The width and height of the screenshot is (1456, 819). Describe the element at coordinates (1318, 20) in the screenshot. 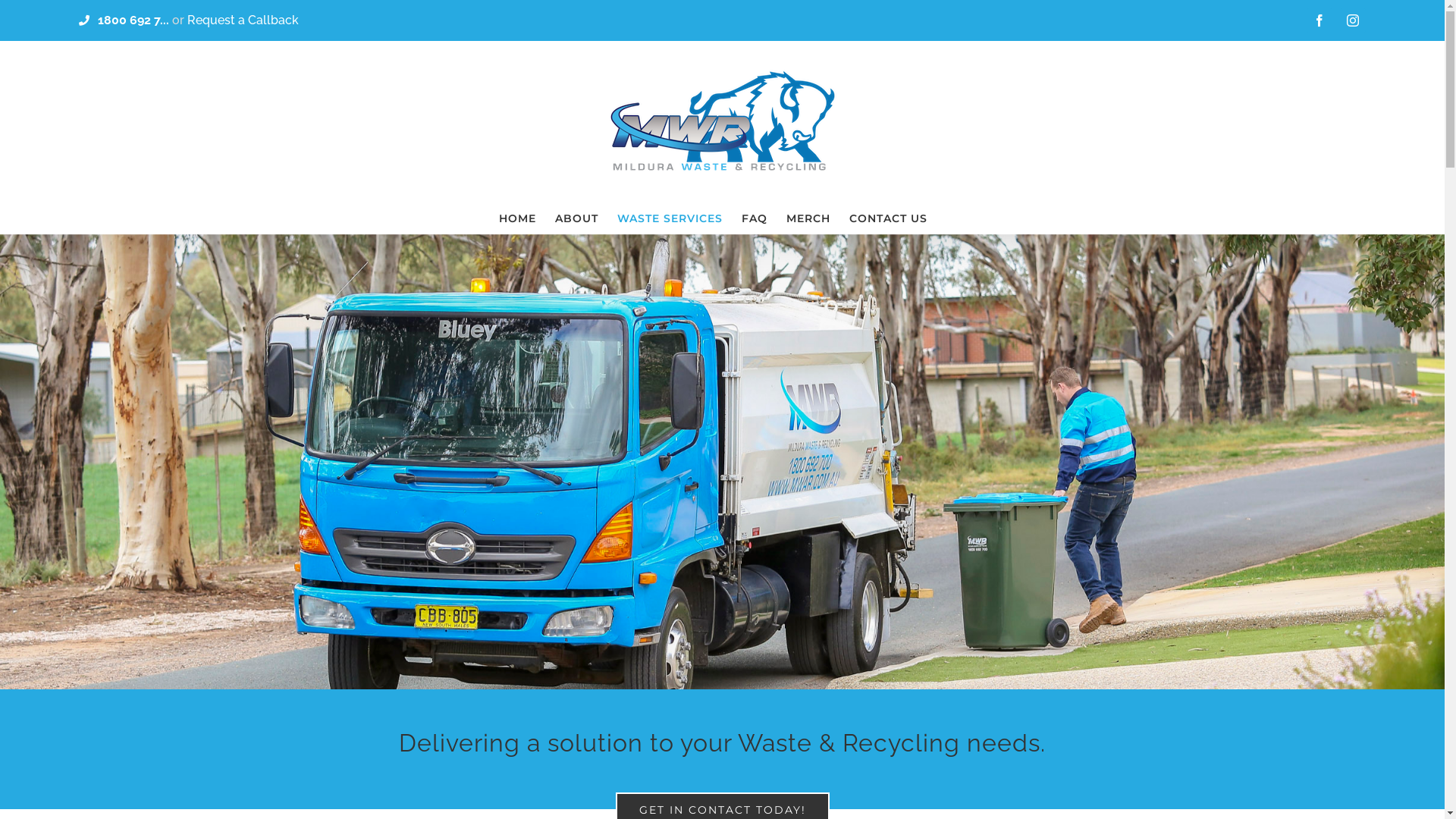

I see `'Facebook'` at that location.